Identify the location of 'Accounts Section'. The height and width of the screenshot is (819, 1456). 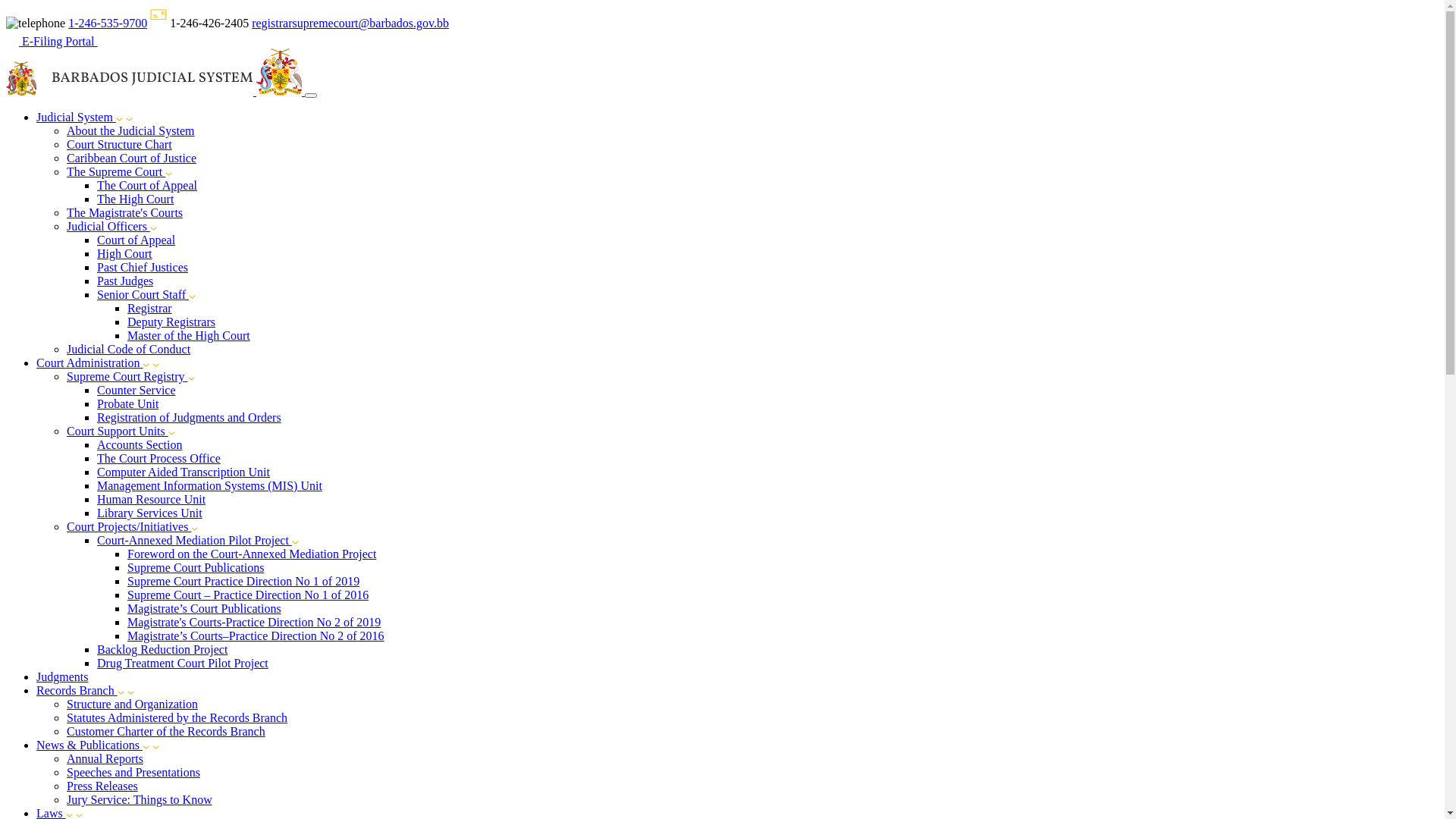
(139, 444).